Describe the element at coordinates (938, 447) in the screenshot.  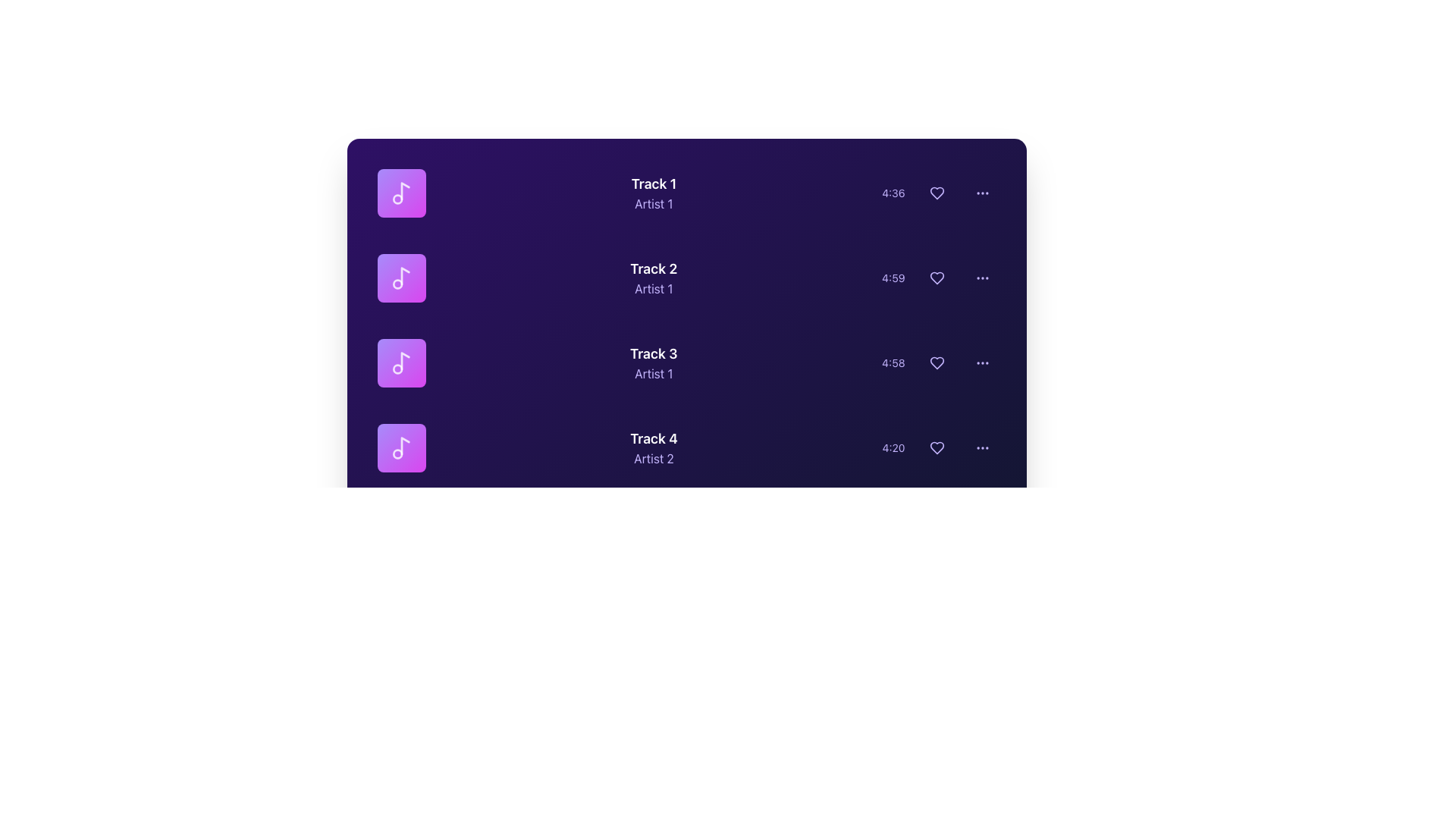
I see `the heart-shaped interactive icon located in the fourth row of the vertical list` at that location.